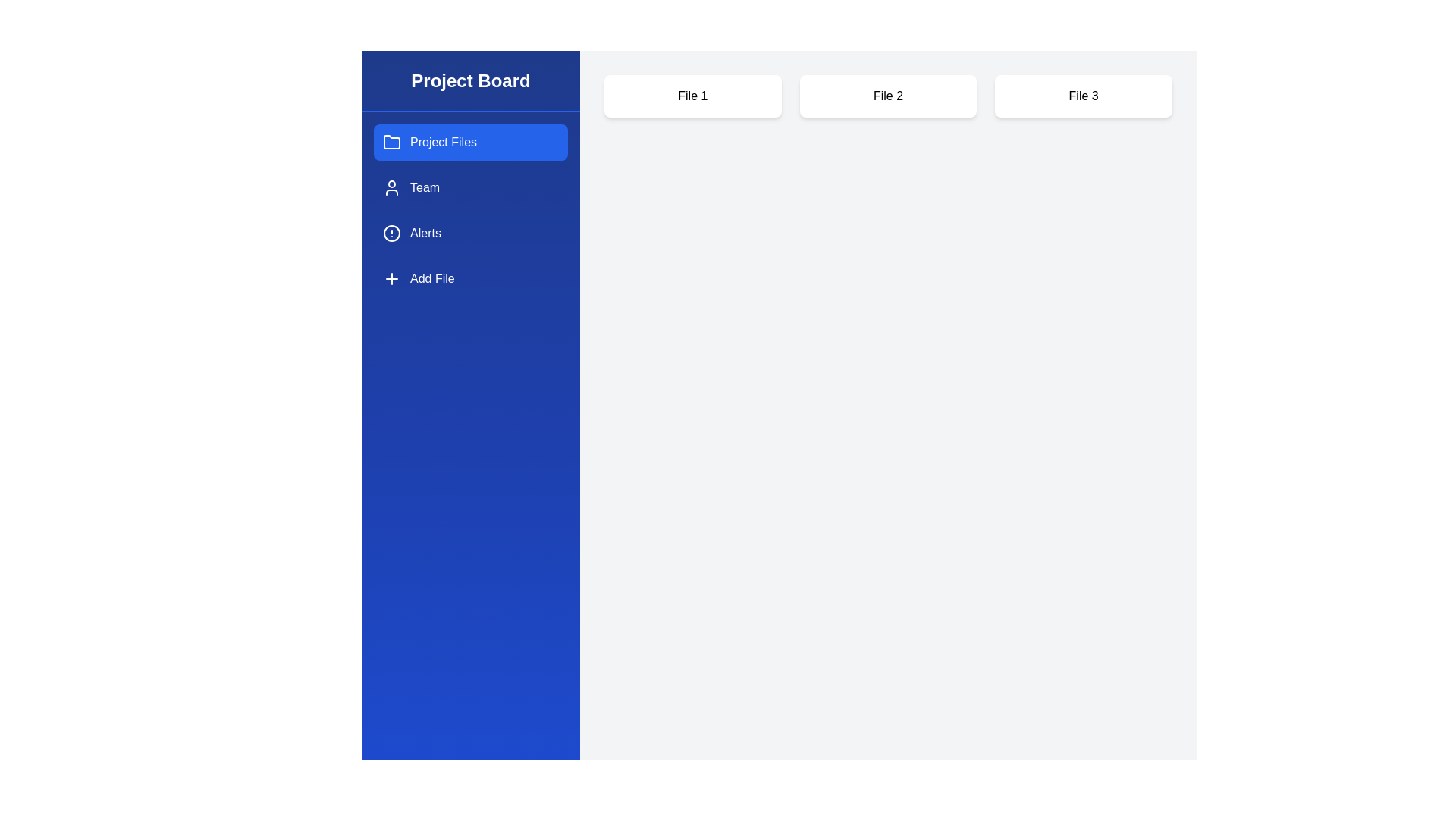  I want to click on the white bold text 'Alerts' located in the blue sidebar, so click(425, 234).